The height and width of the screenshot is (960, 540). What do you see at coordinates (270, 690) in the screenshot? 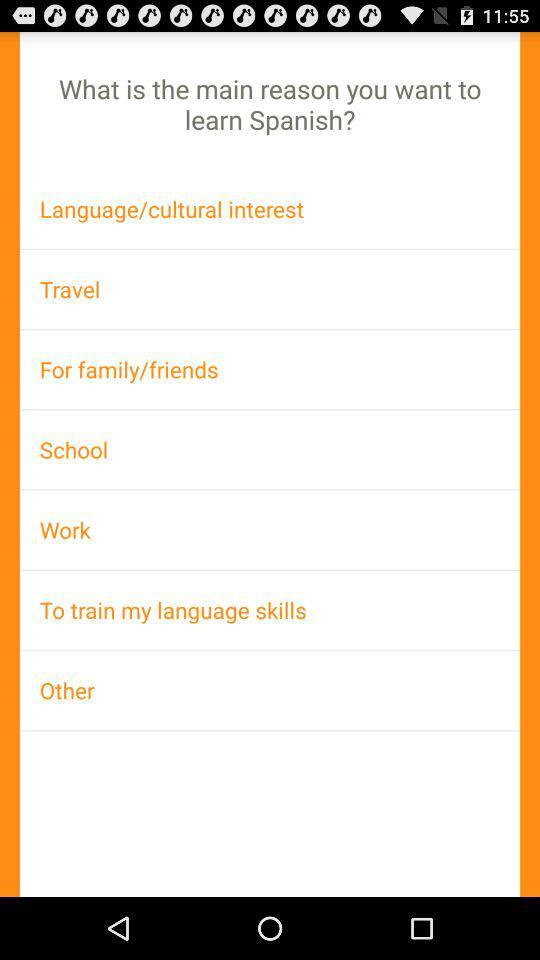
I see `other` at bounding box center [270, 690].